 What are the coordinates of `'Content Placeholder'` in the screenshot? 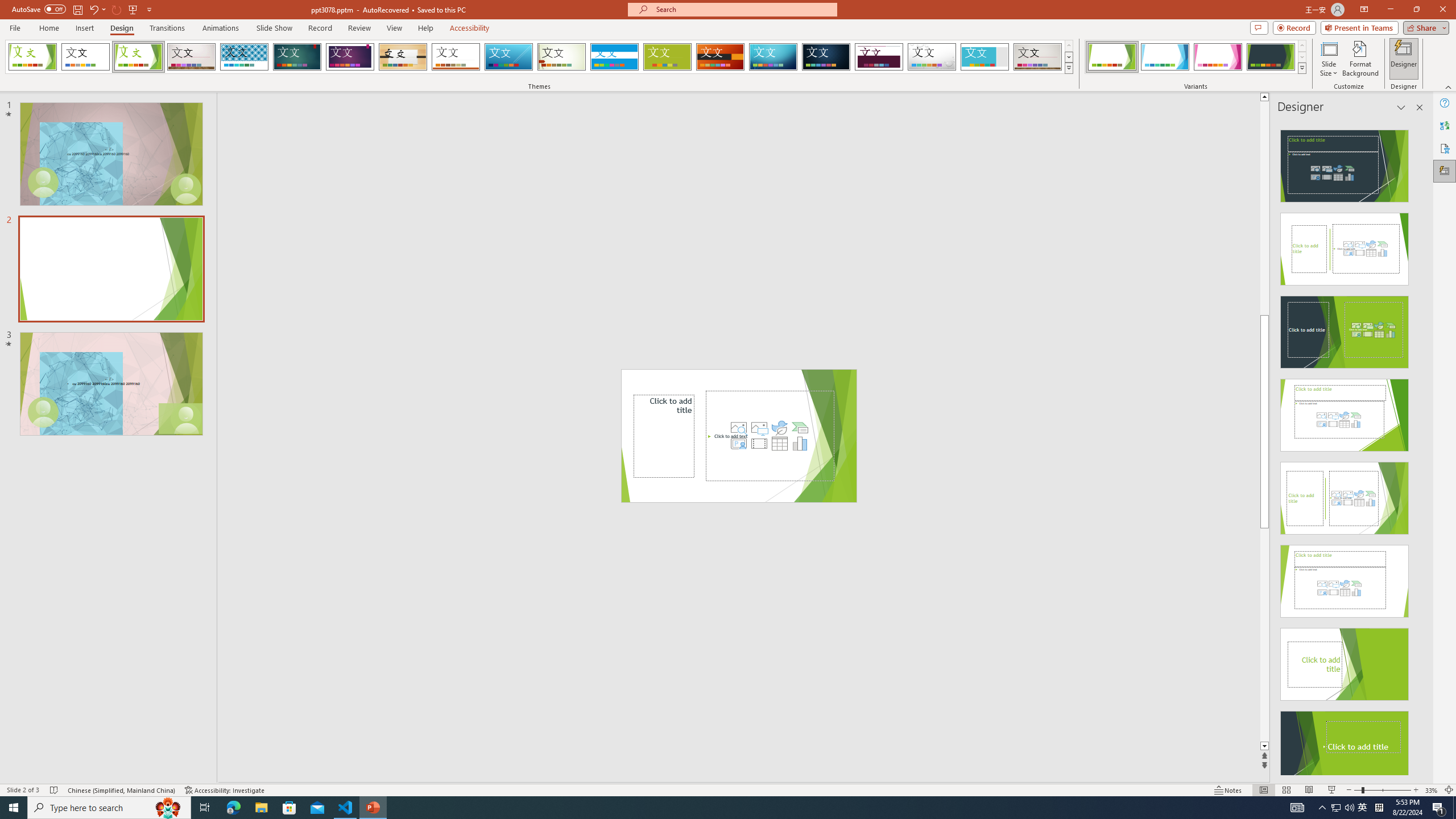 It's located at (770, 435).